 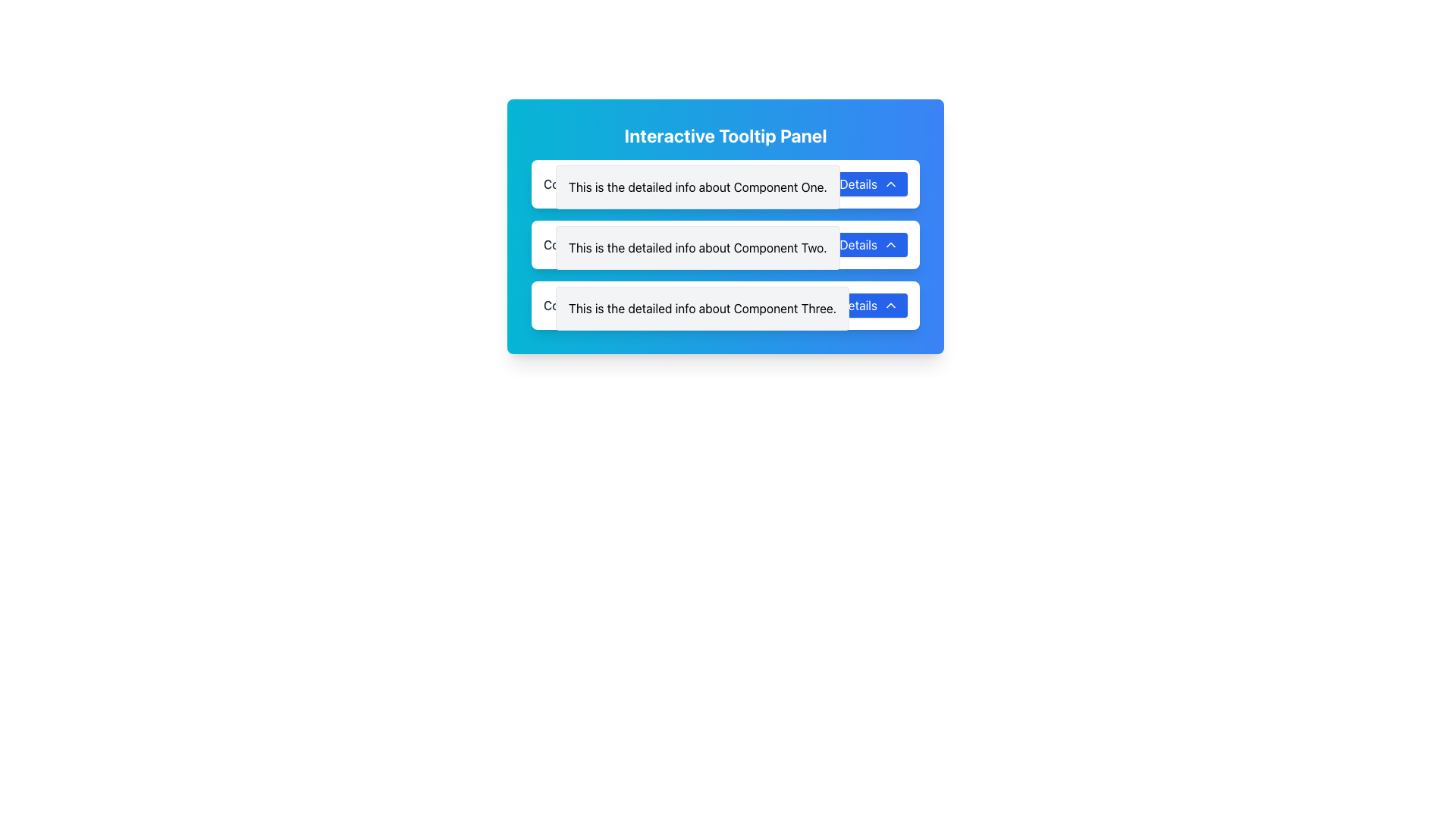 I want to click on information presented in the informational text panel located under 'Component Three' and adjacent to the blue 'Details' button, so click(x=701, y=308).